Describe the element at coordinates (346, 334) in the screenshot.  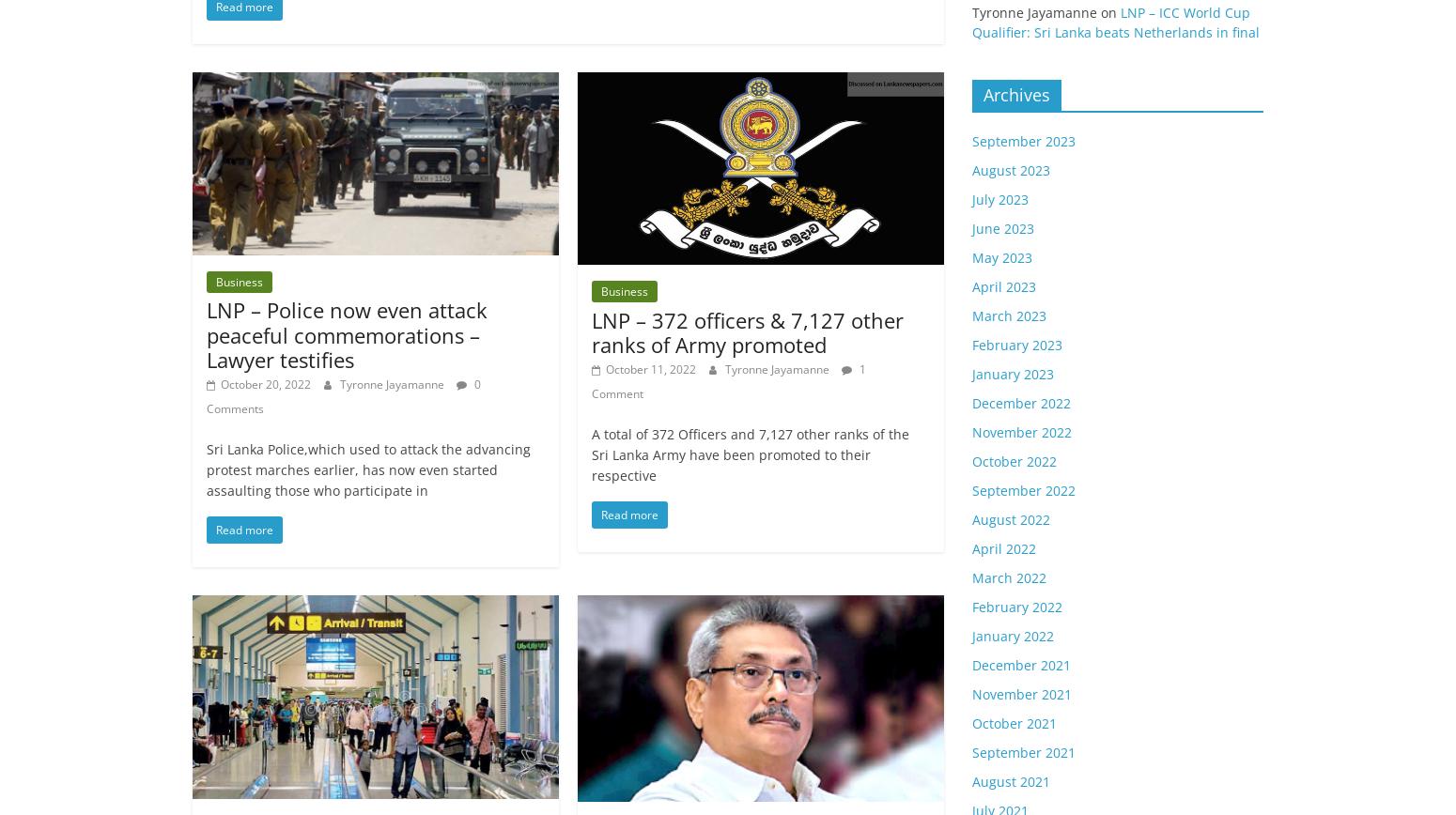
I see `'LNP – Police now even attack peaceful commemorations – Lawyer testifies'` at that location.